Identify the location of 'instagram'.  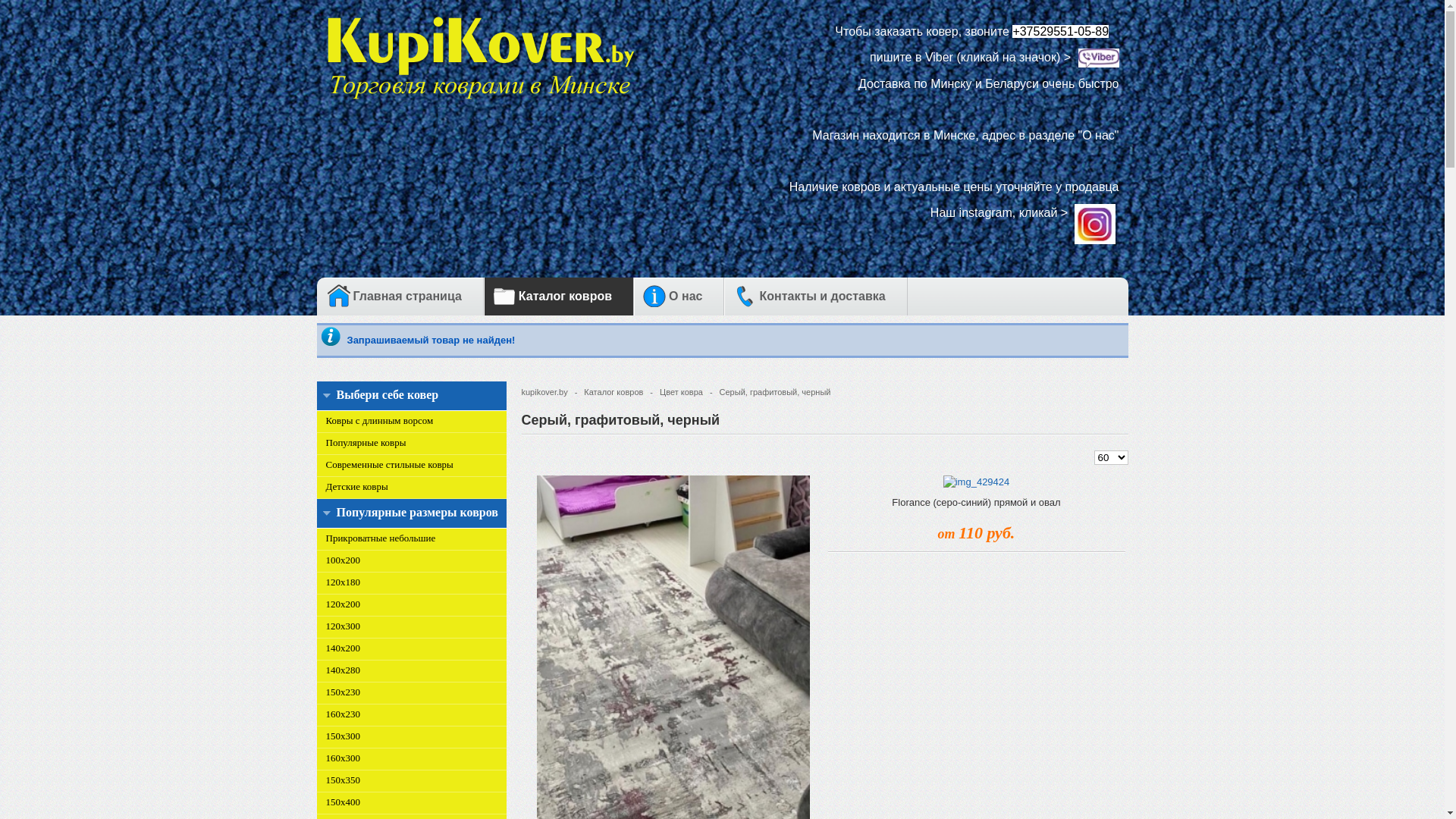
(1095, 212).